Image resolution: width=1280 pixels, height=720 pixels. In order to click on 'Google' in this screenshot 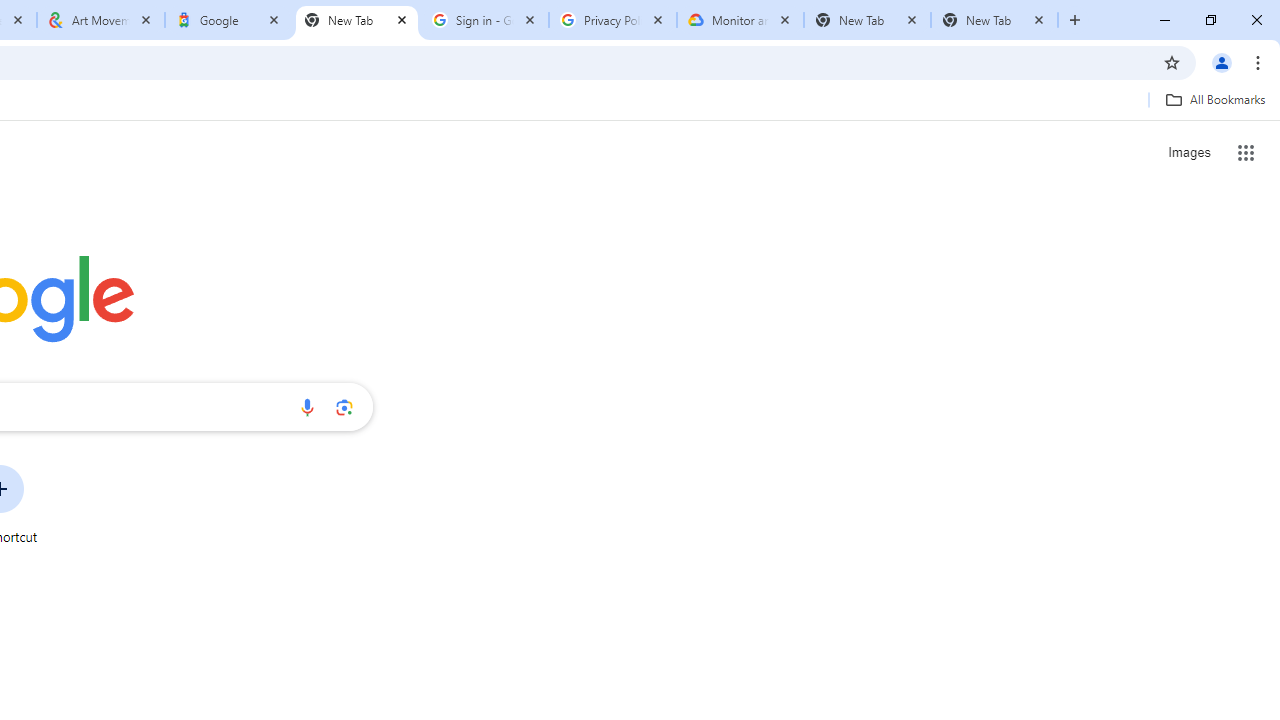, I will do `click(229, 20)`.